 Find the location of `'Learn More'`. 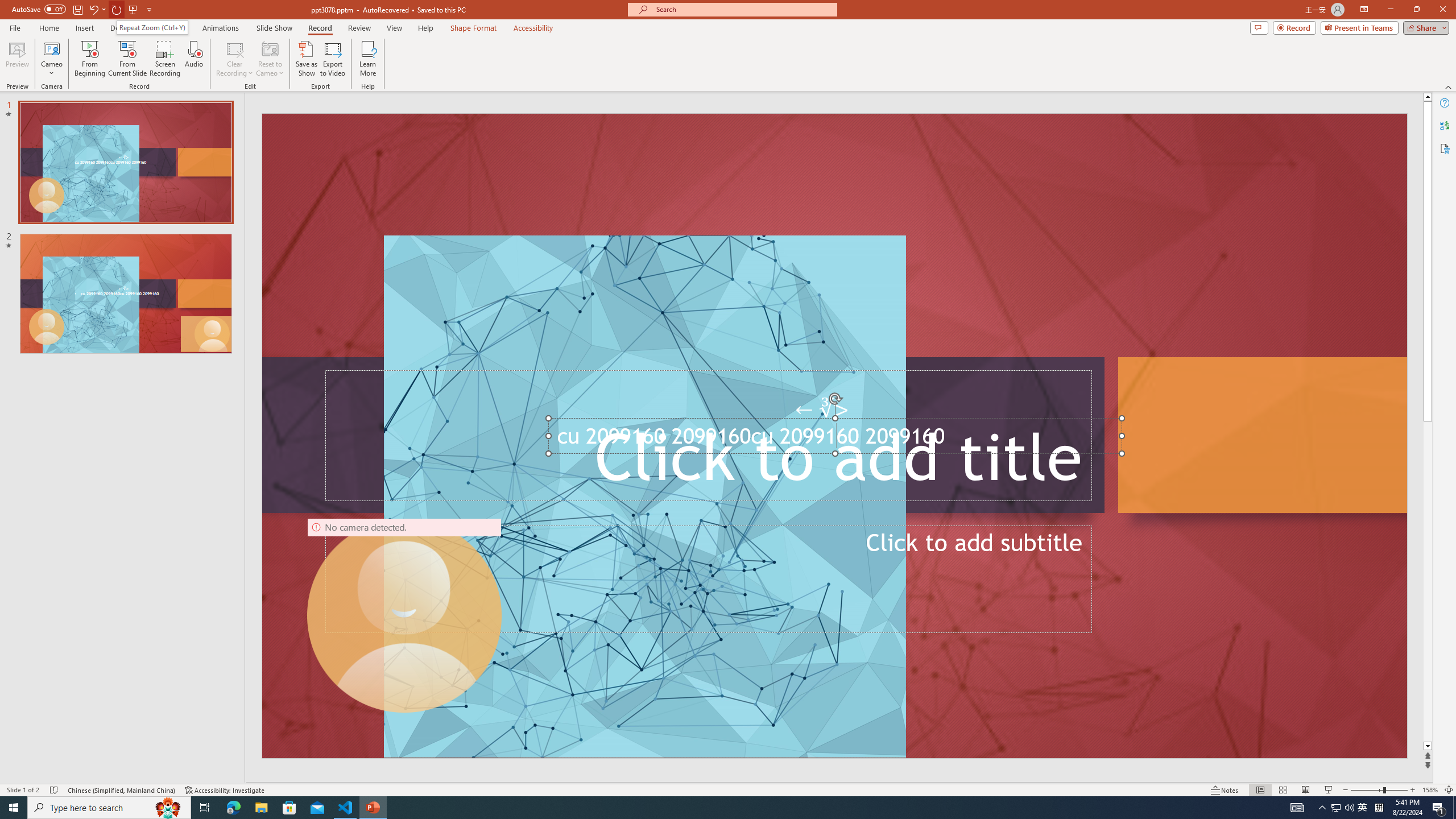

'Learn More' is located at coordinates (368, 59).